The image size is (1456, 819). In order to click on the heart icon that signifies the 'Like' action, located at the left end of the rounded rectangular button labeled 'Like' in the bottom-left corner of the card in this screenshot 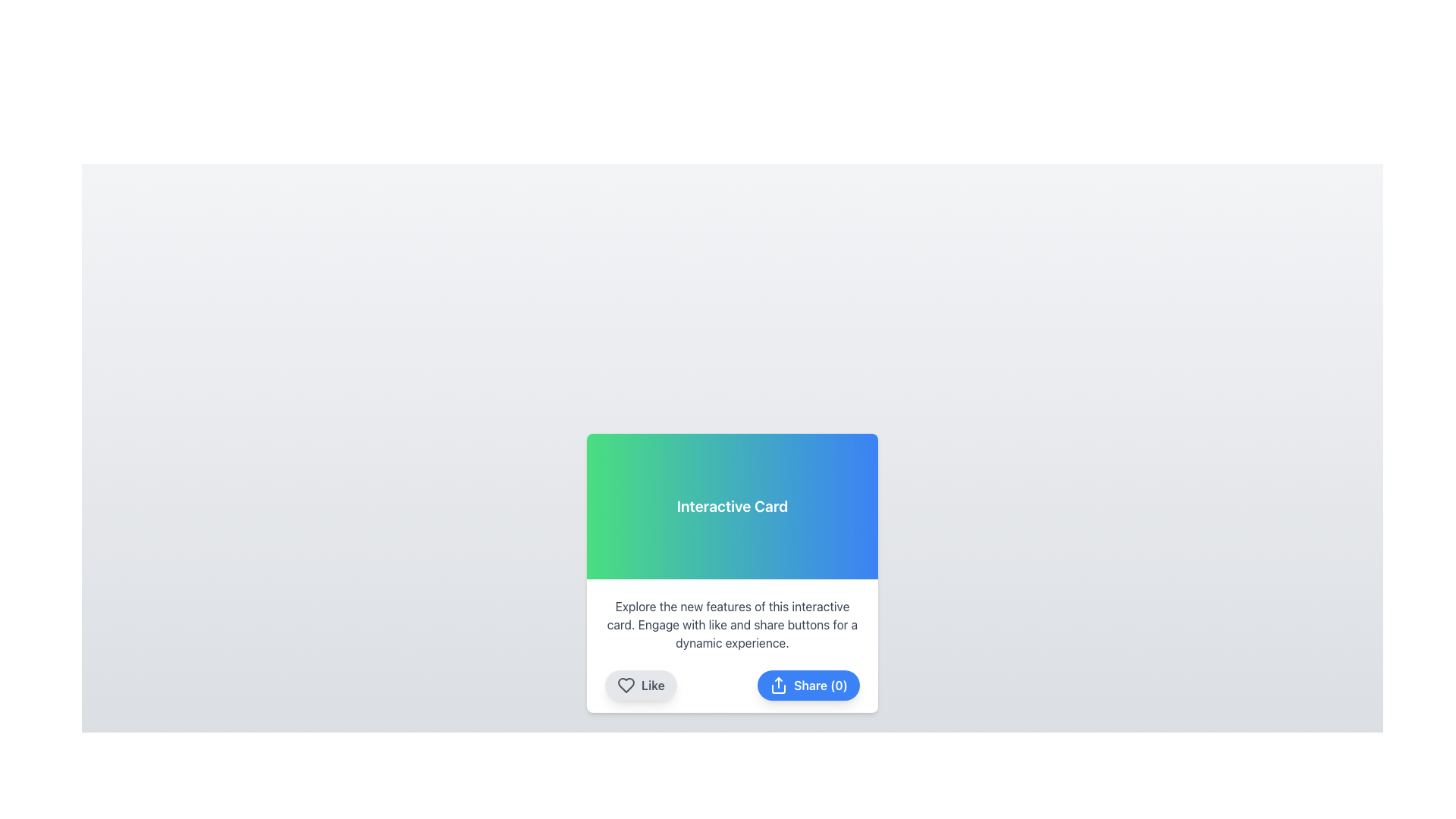, I will do `click(626, 685)`.